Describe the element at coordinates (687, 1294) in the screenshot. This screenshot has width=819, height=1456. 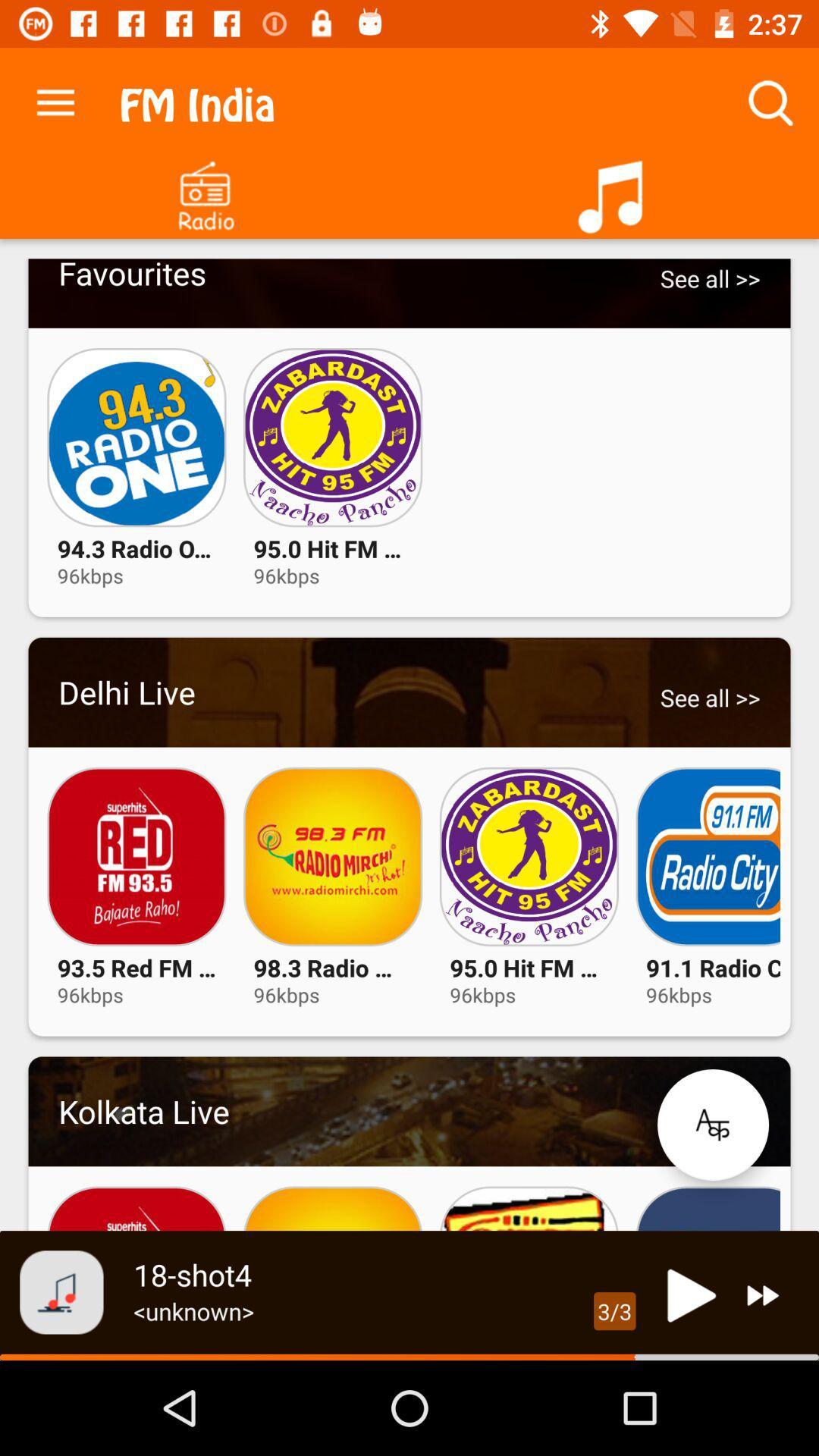
I see `button` at that location.